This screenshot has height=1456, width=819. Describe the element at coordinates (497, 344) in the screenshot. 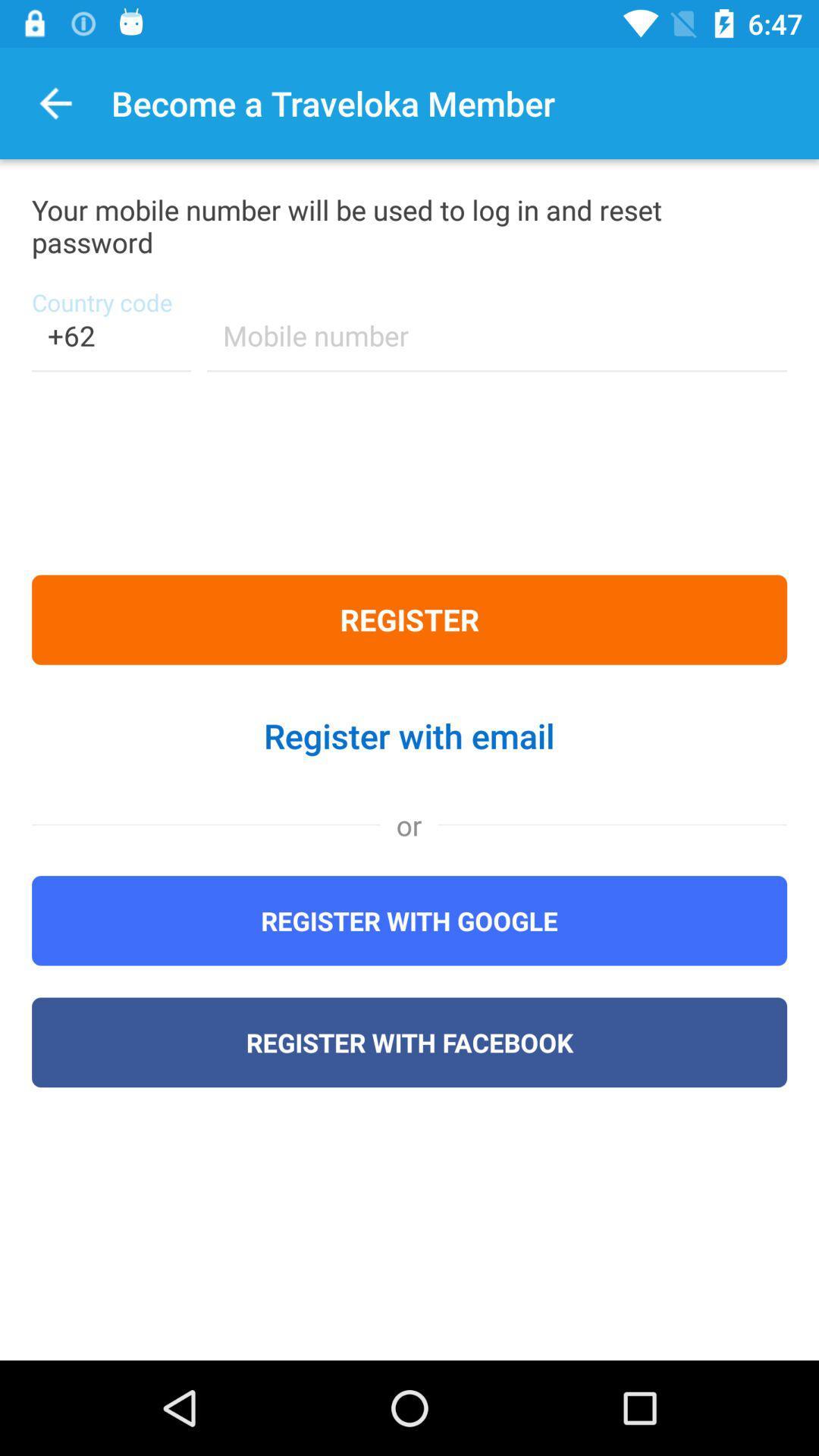

I see `mobile number` at that location.